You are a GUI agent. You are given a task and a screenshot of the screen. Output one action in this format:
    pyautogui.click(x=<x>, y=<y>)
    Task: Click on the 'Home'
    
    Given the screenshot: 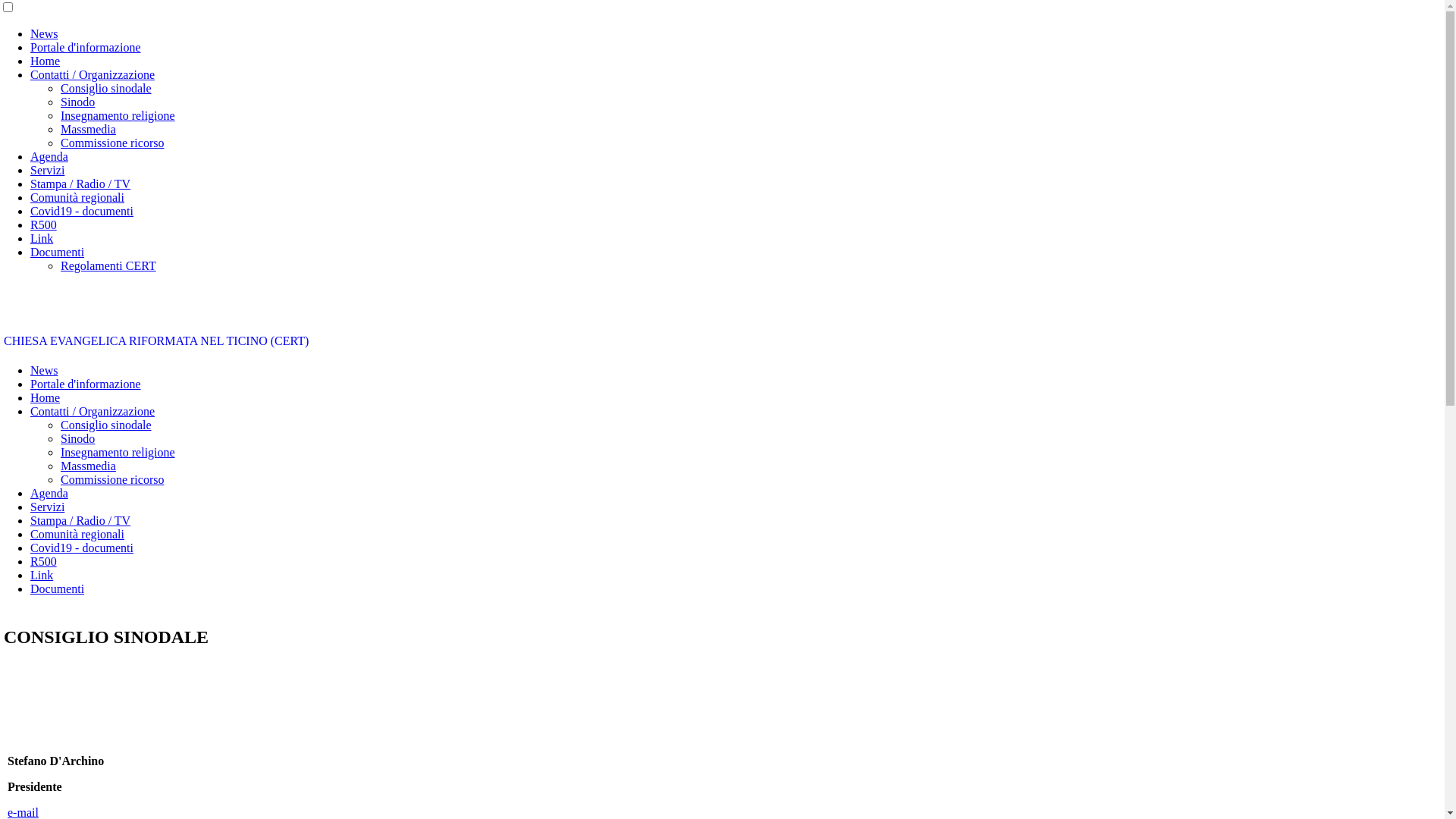 What is the action you would take?
    pyautogui.click(x=45, y=60)
    